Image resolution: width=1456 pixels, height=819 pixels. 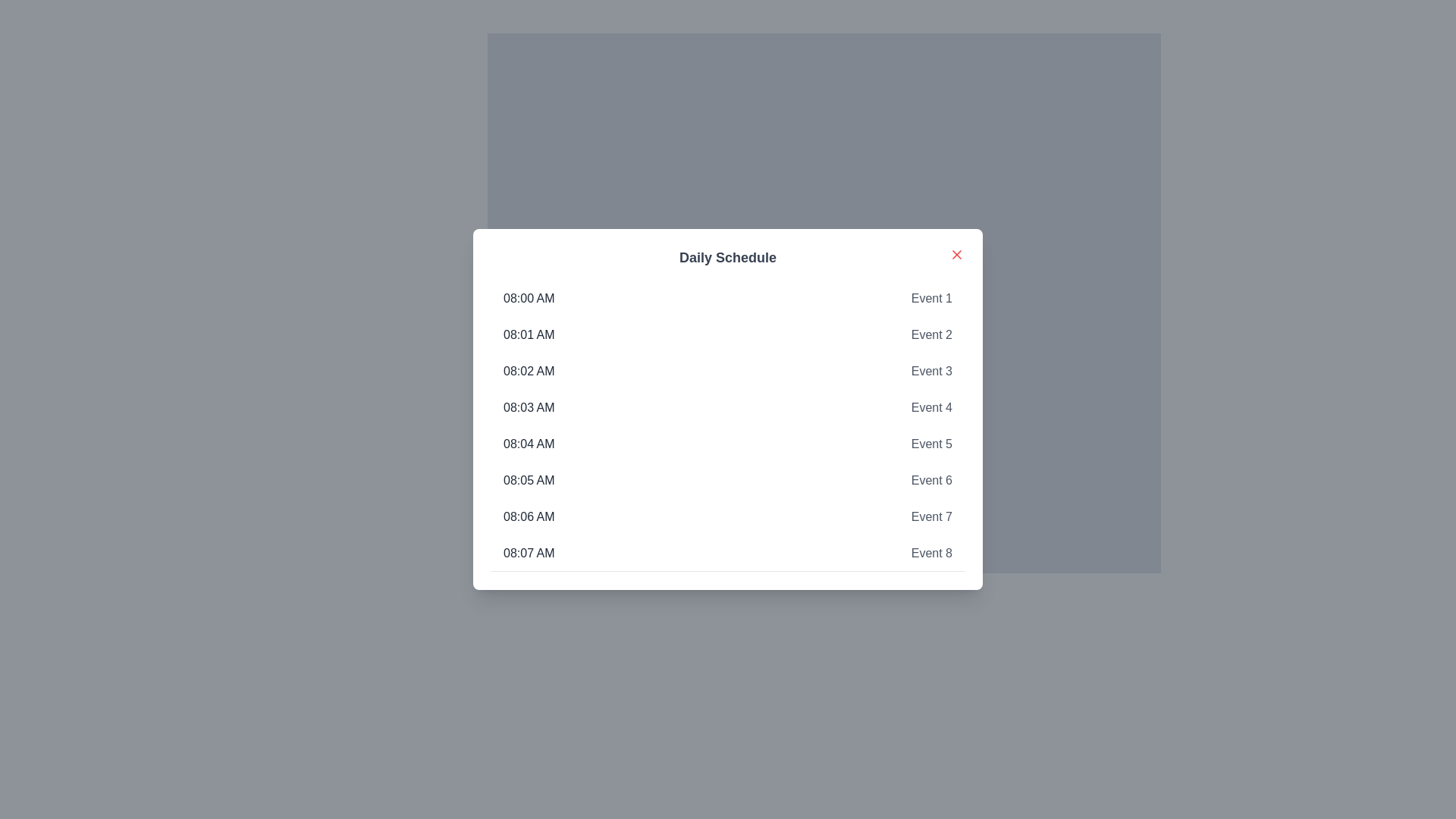 What do you see at coordinates (956, 253) in the screenshot?
I see `red close button at the top-right of the schedule modal to close it` at bounding box center [956, 253].